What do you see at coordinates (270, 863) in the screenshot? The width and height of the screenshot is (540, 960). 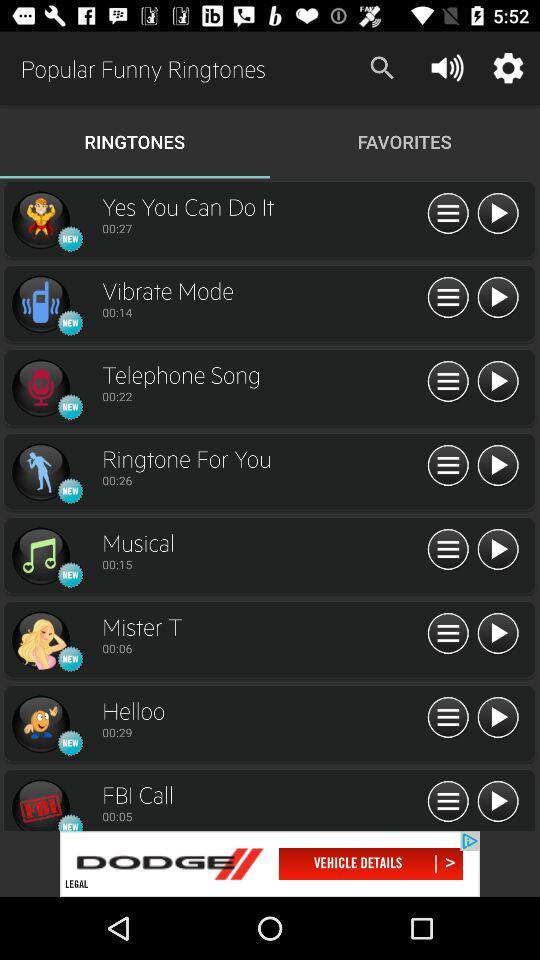 I see `advertisement link` at bounding box center [270, 863].